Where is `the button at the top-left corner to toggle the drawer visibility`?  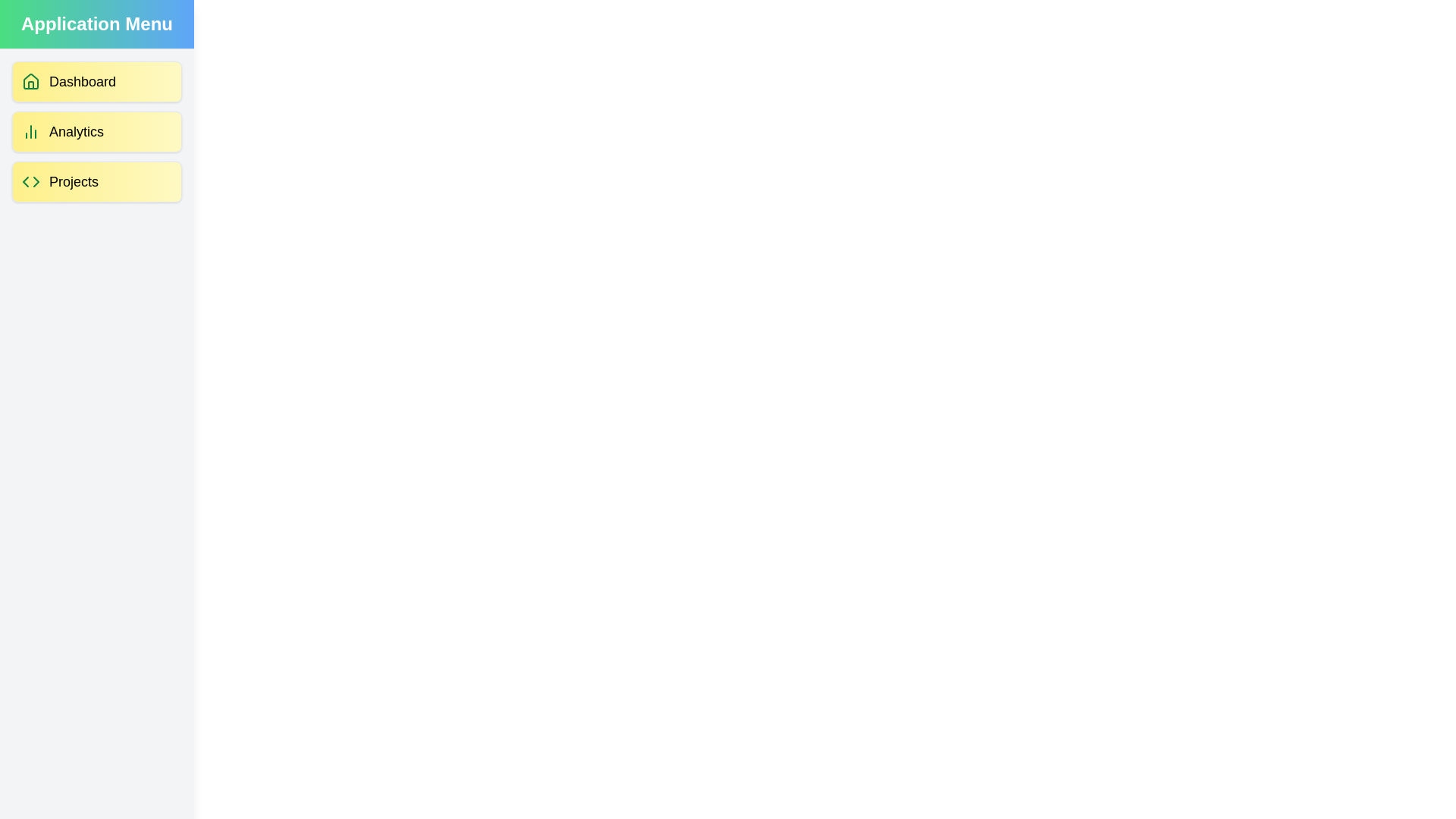 the button at the top-left corner to toggle the drawer visibility is located at coordinates (30, 30).